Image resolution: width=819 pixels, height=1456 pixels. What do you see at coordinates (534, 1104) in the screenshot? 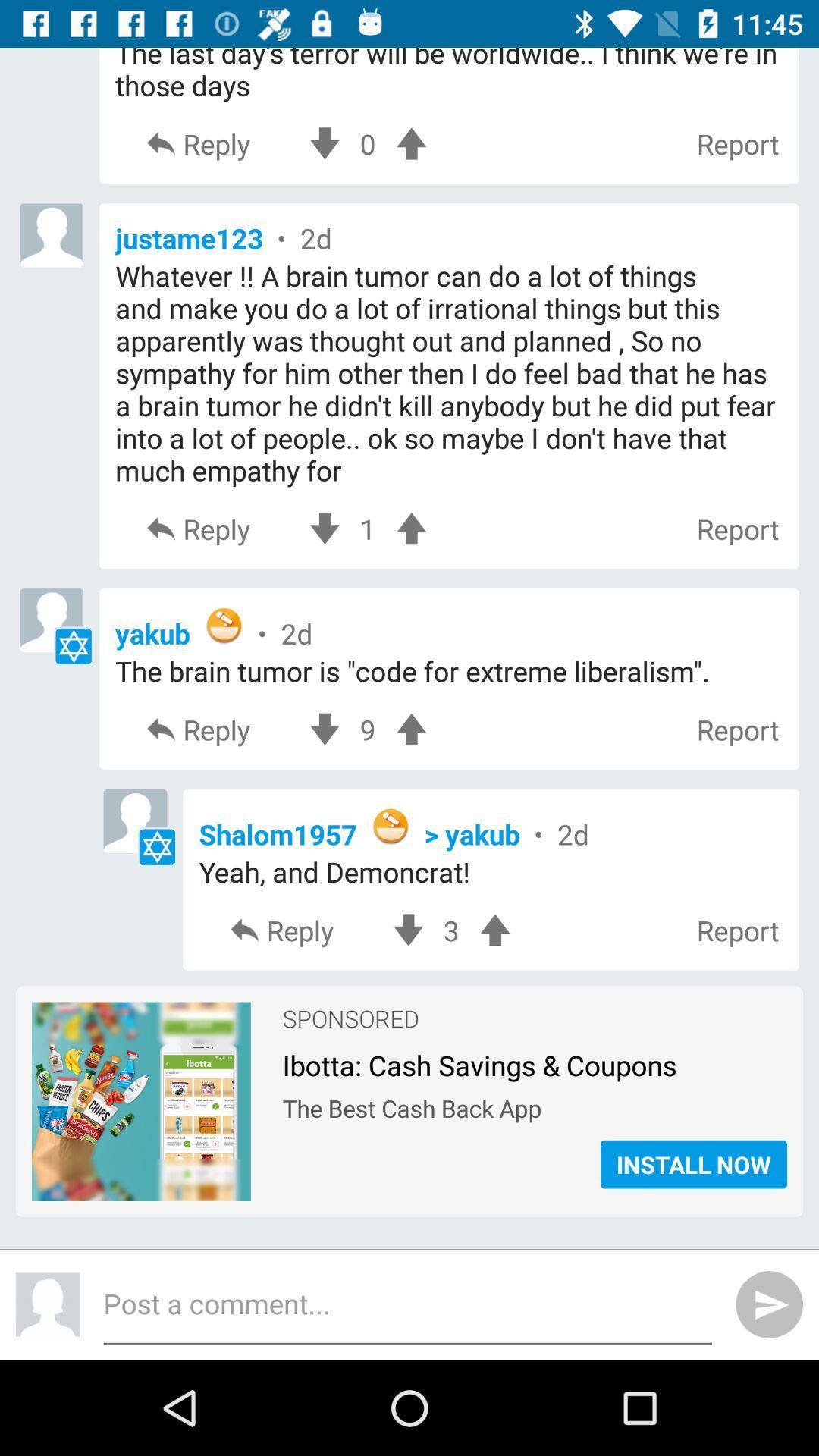
I see `the best cash item` at bounding box center [534, 1104].